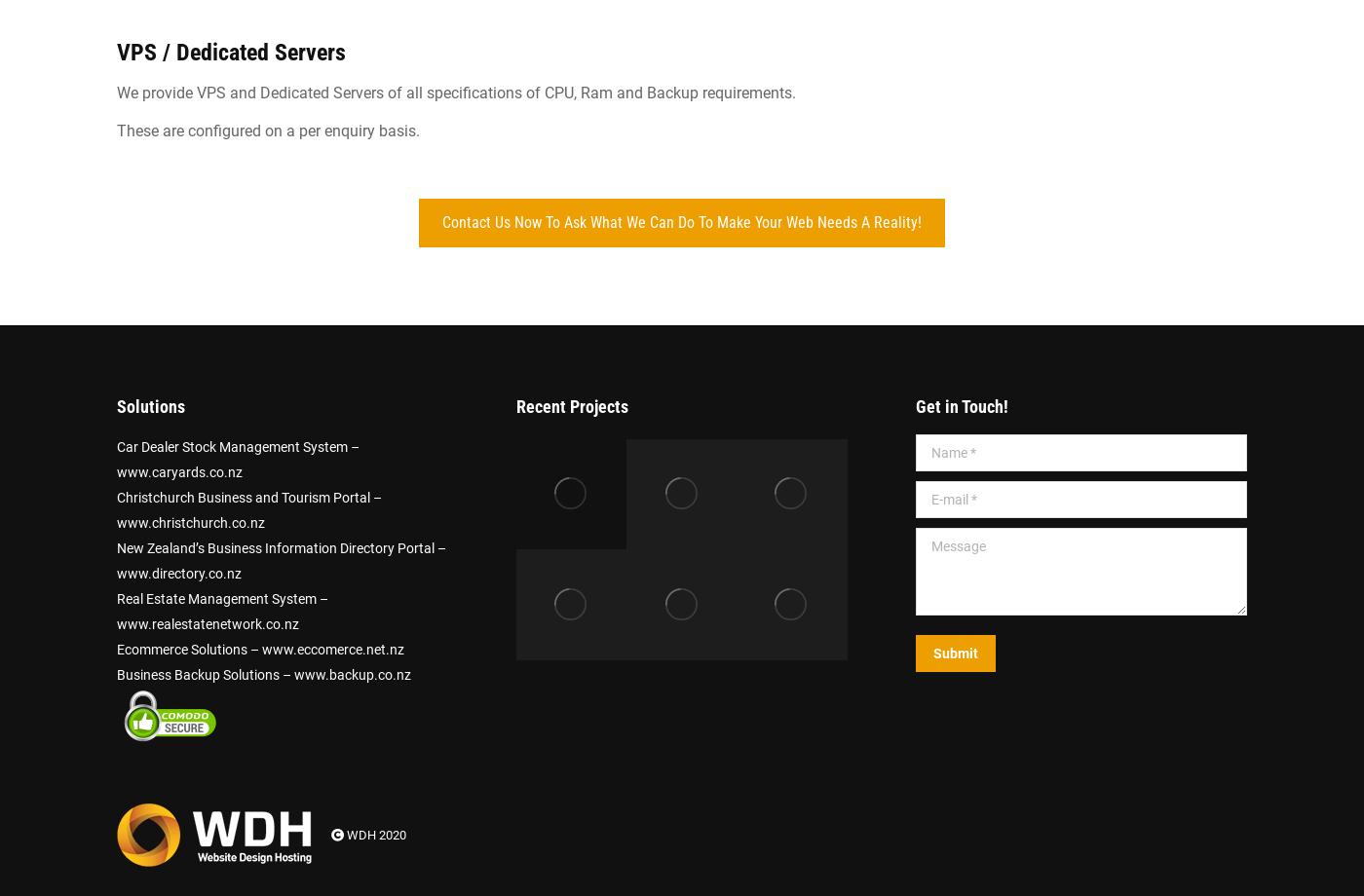  I want to click on 'Contact Us Now To Ask What We Can Do To Make Your Web Needs A Reality!', so click(682, 221).